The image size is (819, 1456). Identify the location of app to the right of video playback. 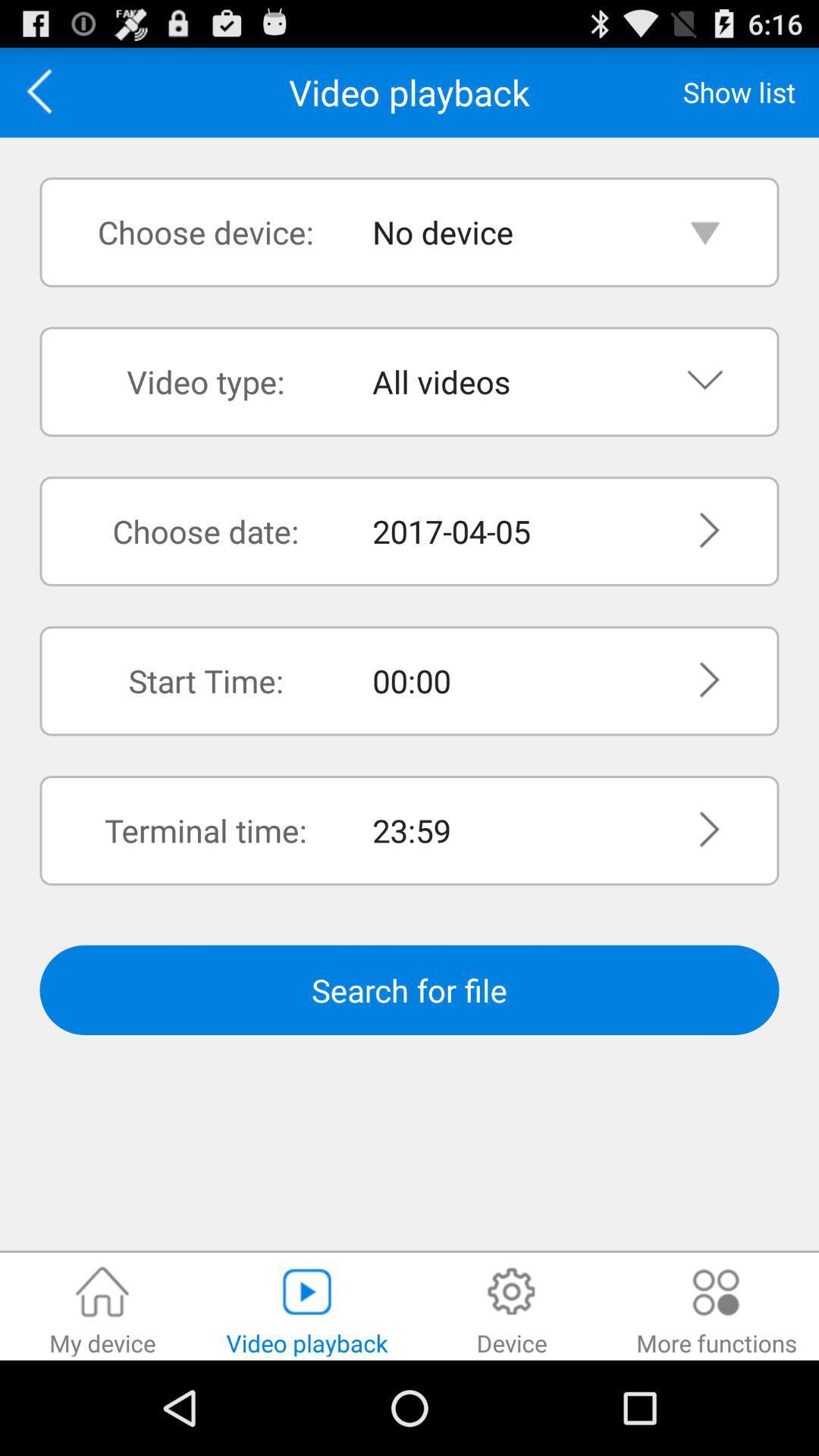
(739, 91).